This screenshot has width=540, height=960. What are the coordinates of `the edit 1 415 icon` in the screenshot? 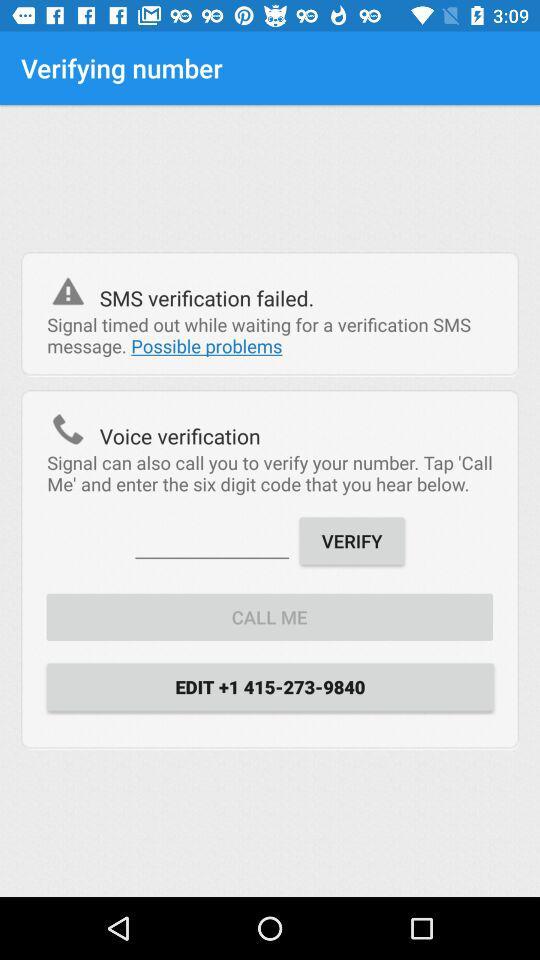 It's located at (270, 686).